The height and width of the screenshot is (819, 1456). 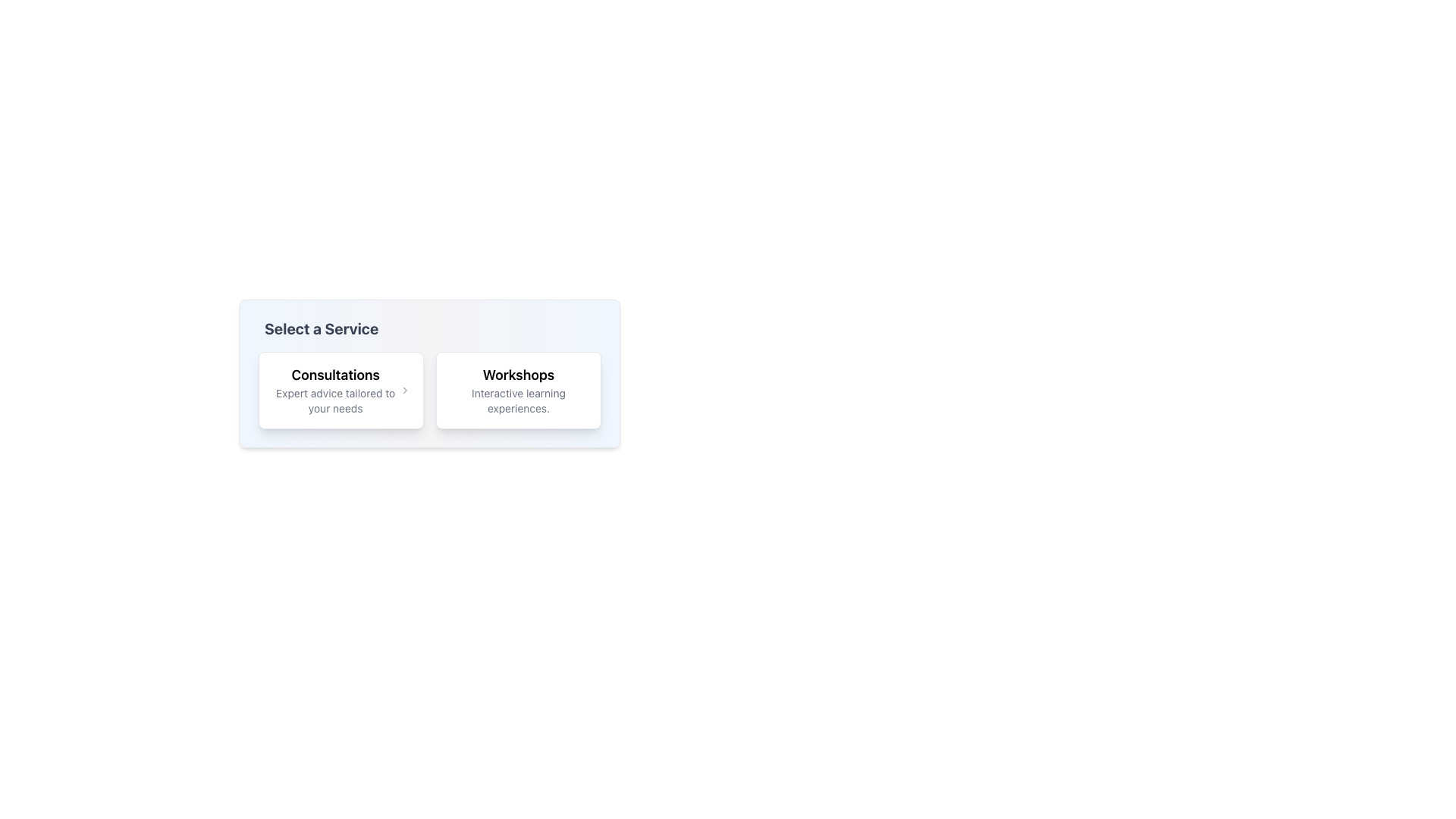 What do you see at coordinates (519, 390) in the screenshot?
I see `the text block titled 'Workshops' which features a prominent title and a descriptive line, located in the second column of a two-column grid layout` at bounding box center [519, 390].